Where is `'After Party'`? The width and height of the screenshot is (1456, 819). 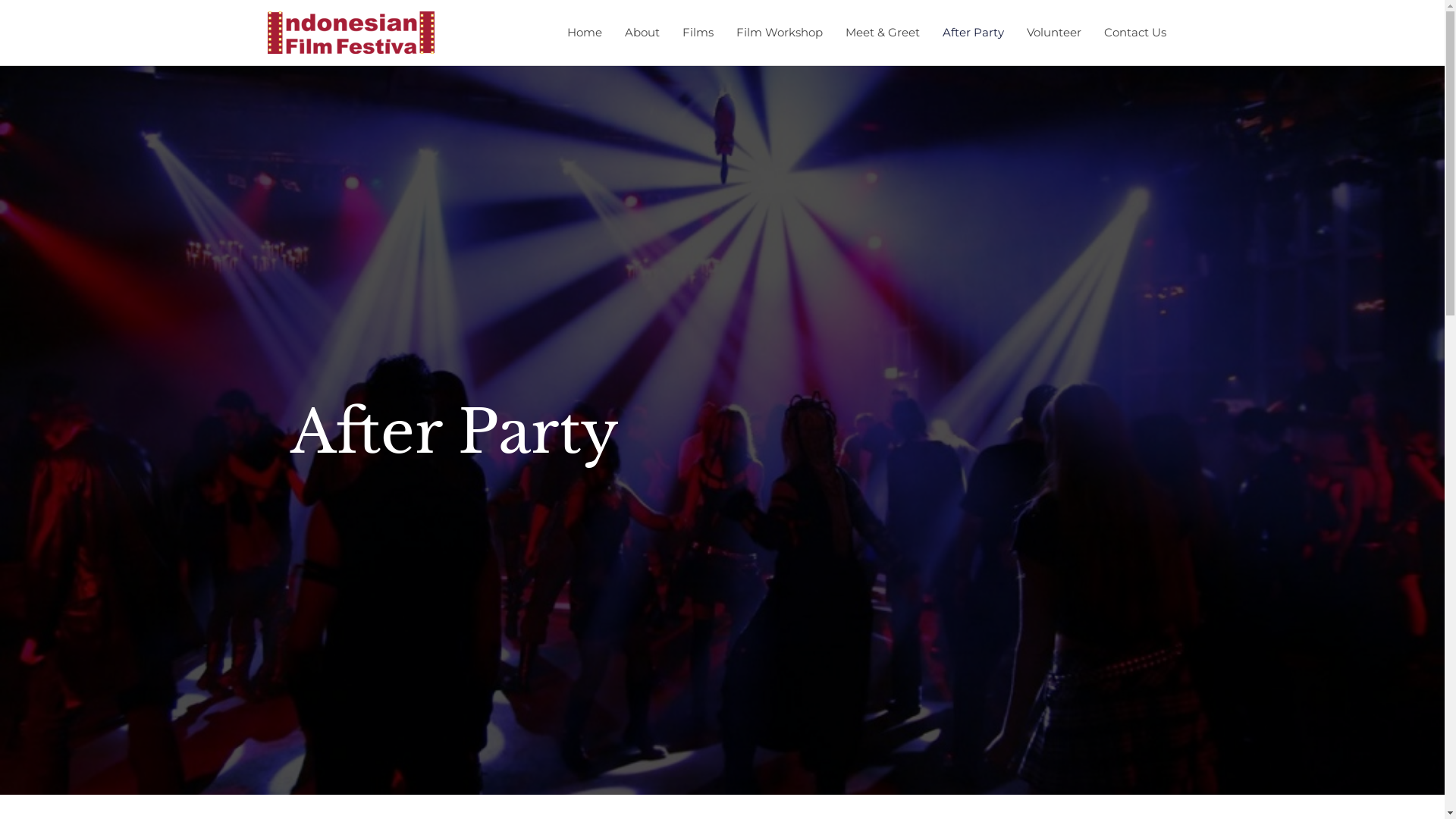 'After Party' is located at coordinates (973, 32).